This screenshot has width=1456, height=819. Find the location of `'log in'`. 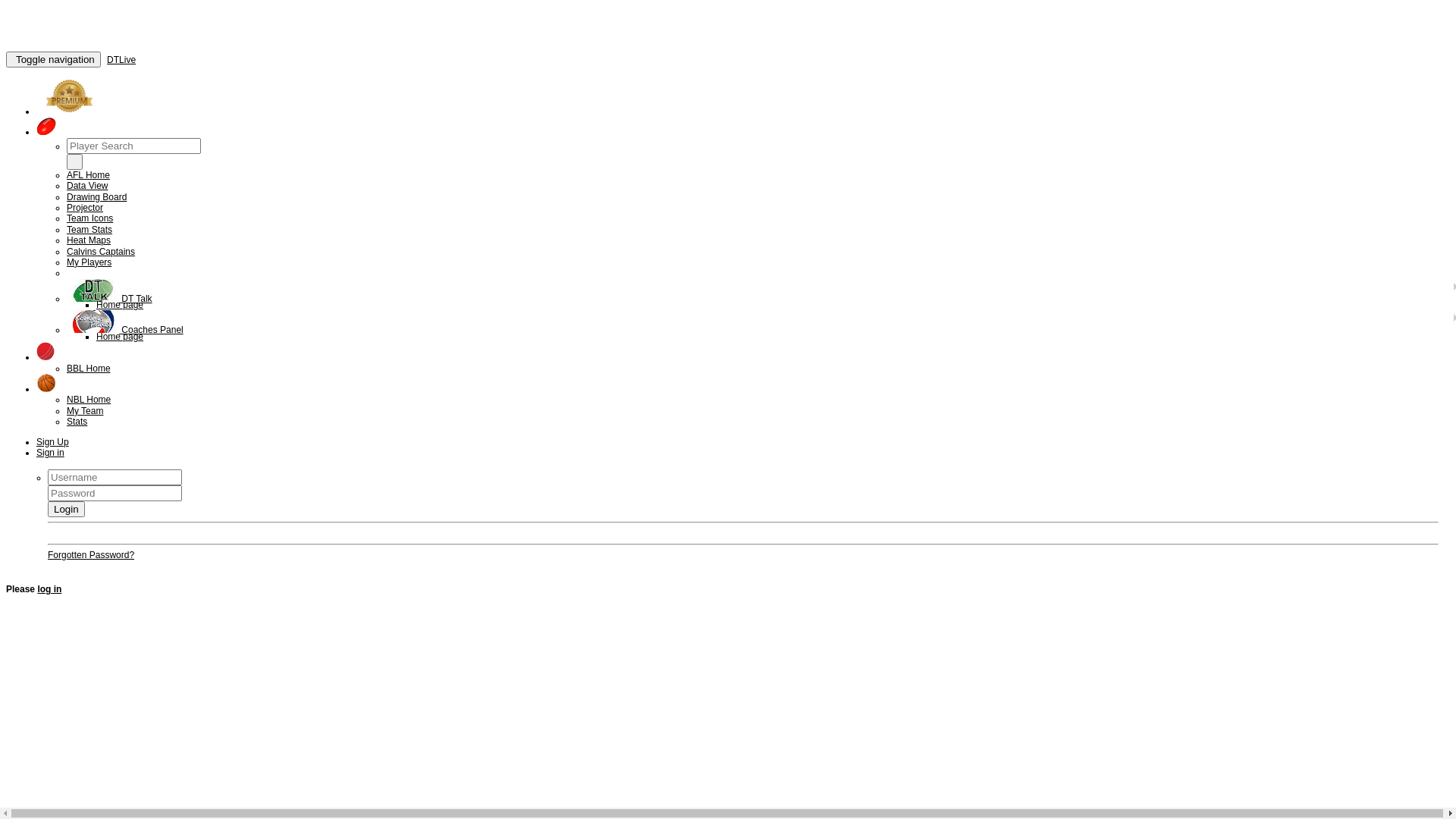

'log in' is located at coordinates (49, 588).